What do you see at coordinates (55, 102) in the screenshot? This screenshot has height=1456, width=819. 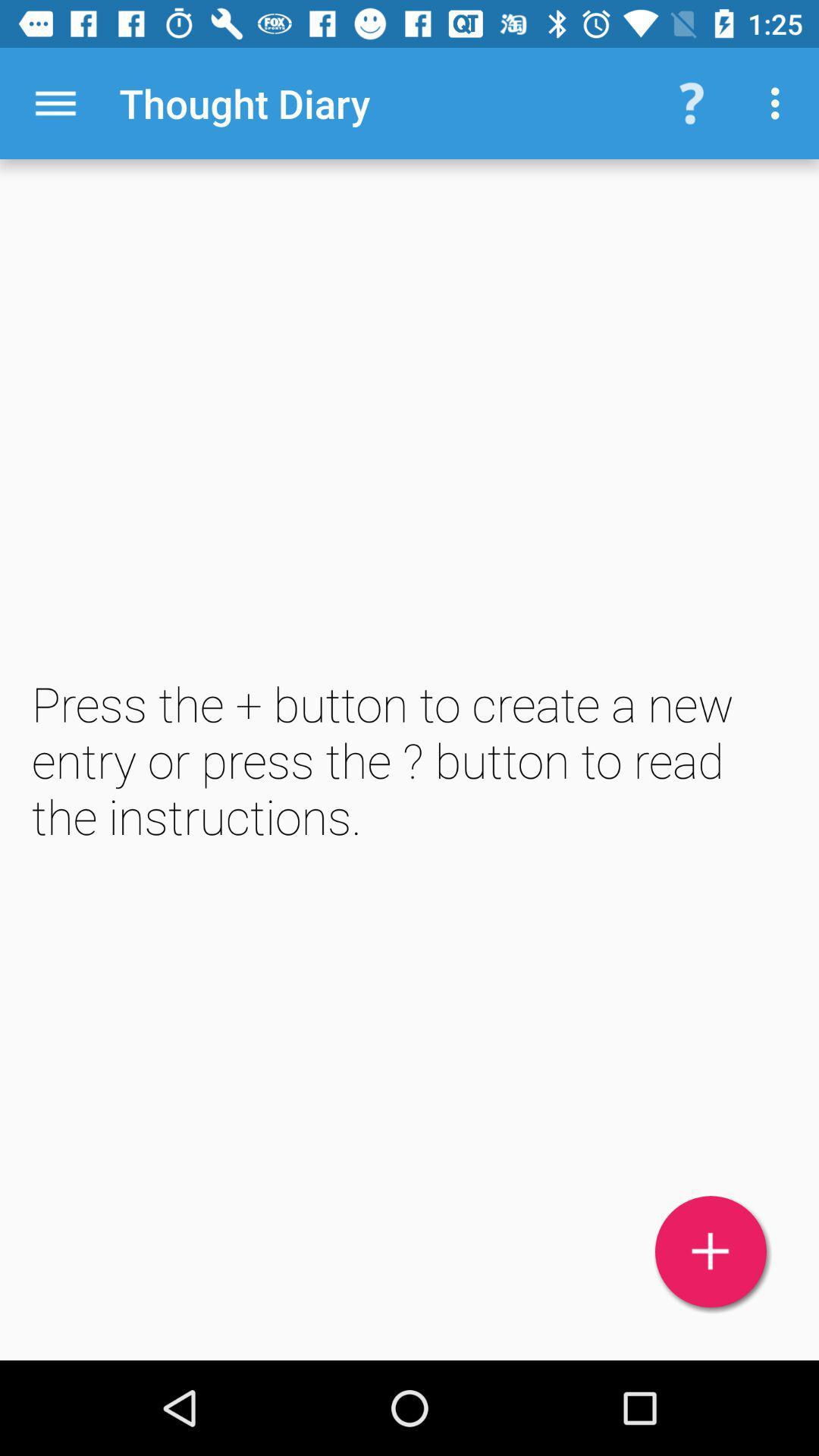 I see `the item next to the thought diary item` at bounding box center [55, 102].